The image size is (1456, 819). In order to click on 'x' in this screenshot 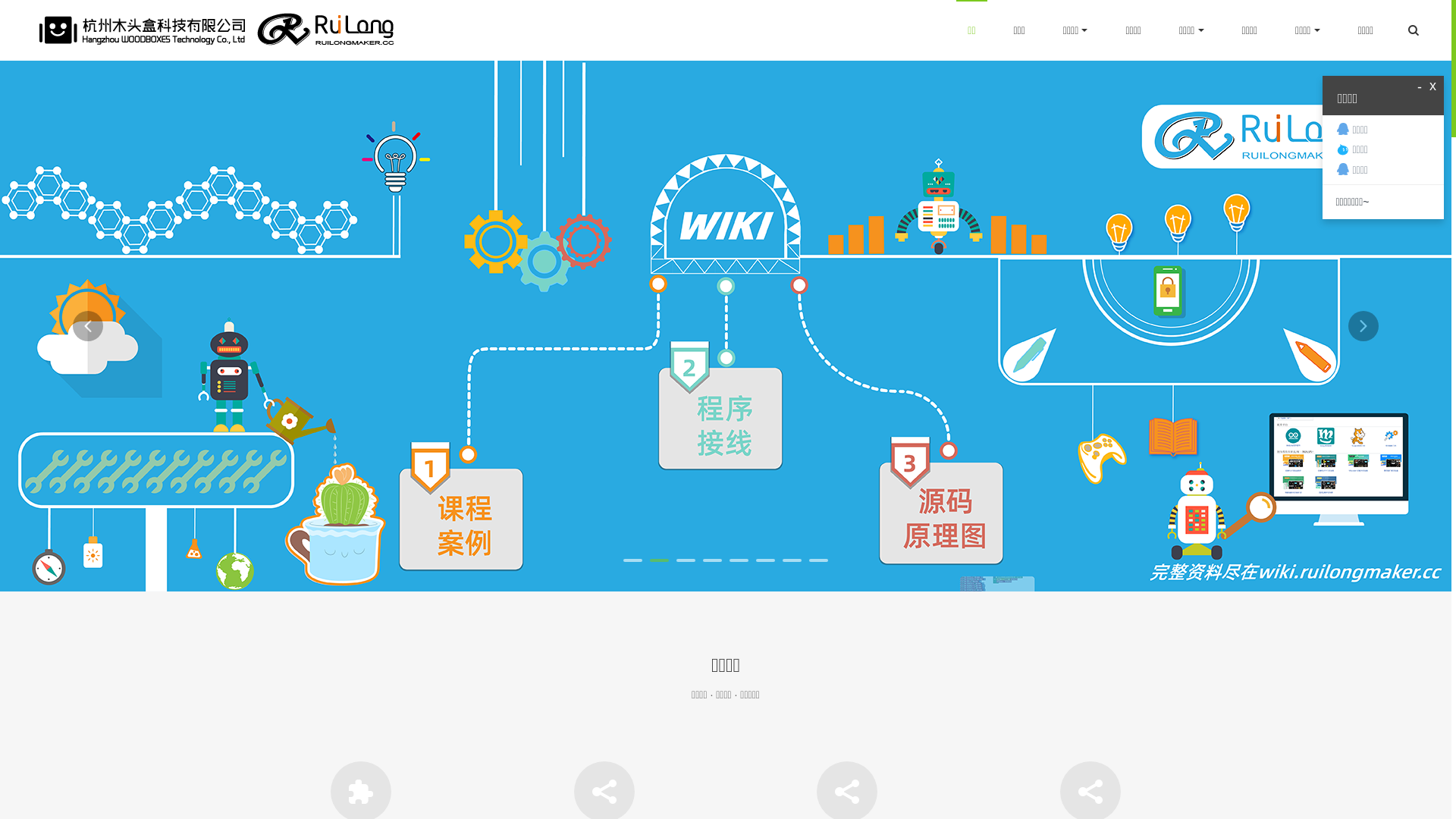, I will do `click(1432, 86)`.